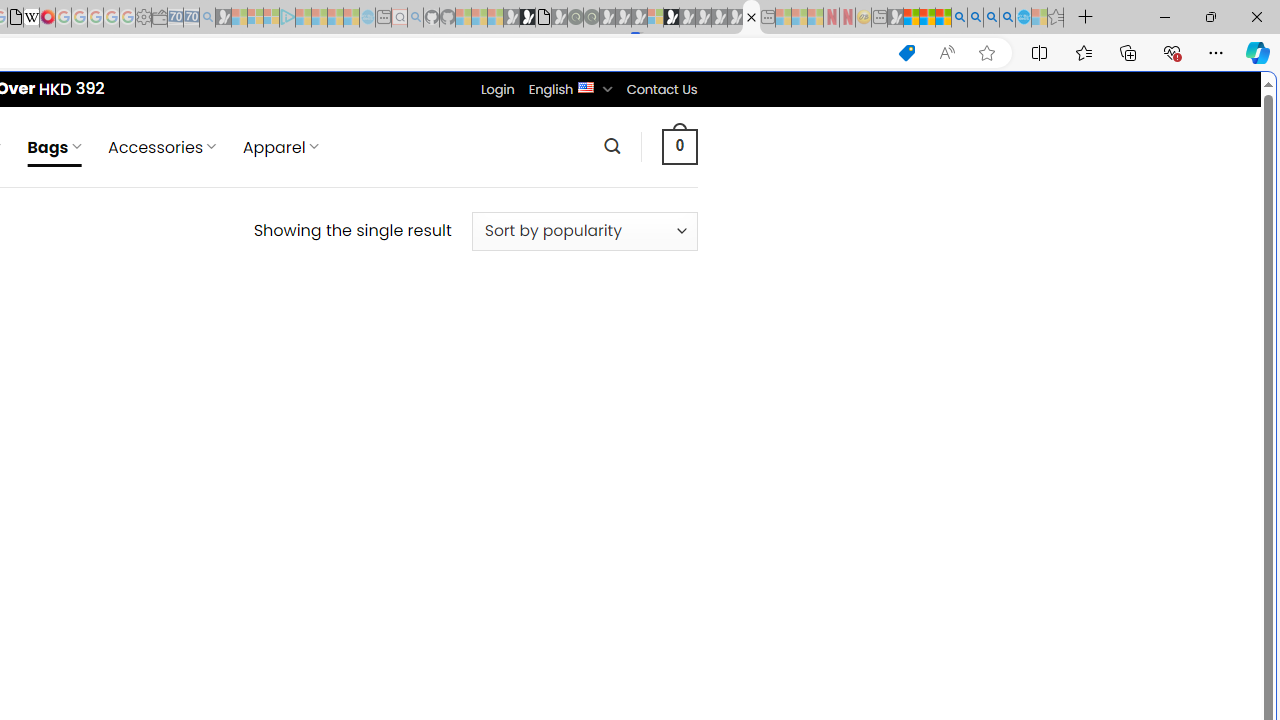 This screenshot has height=720, width=1280. I want to click on 'Sign in to your account - Sleeping', so click(655, 17).